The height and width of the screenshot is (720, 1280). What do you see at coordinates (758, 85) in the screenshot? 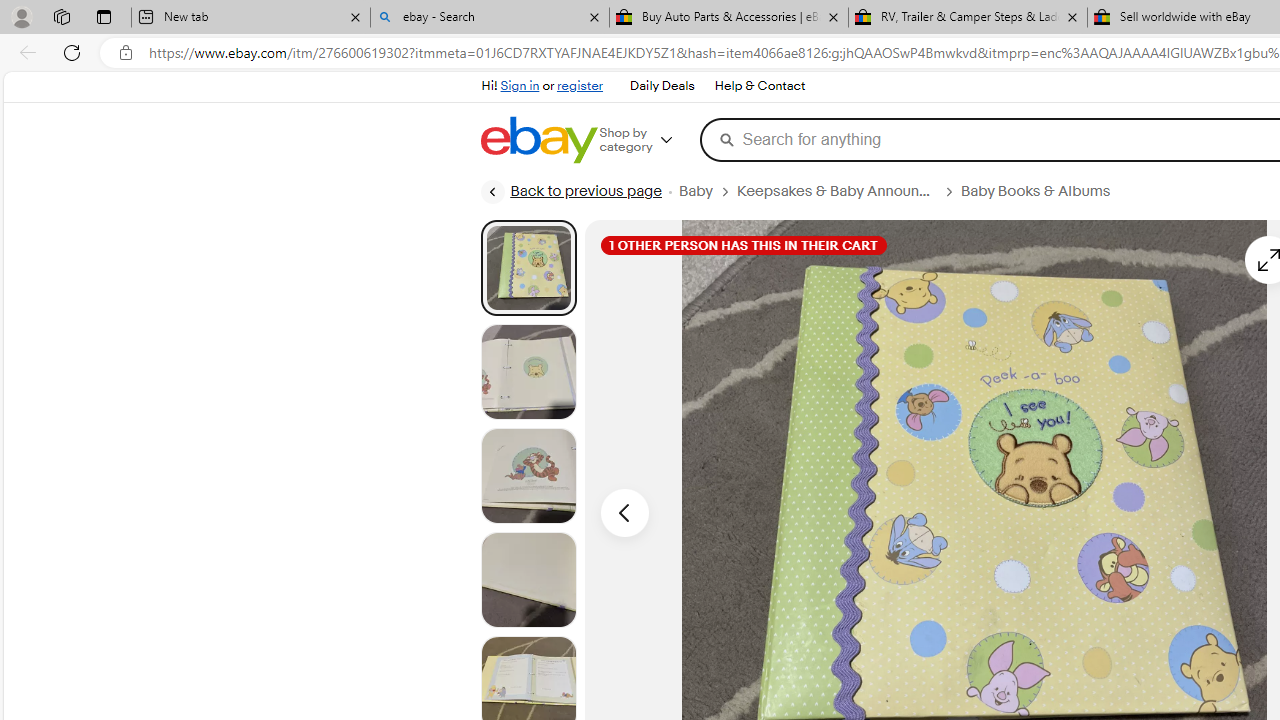
I see `'Help & Contact'` at bounding box center [758, 85].